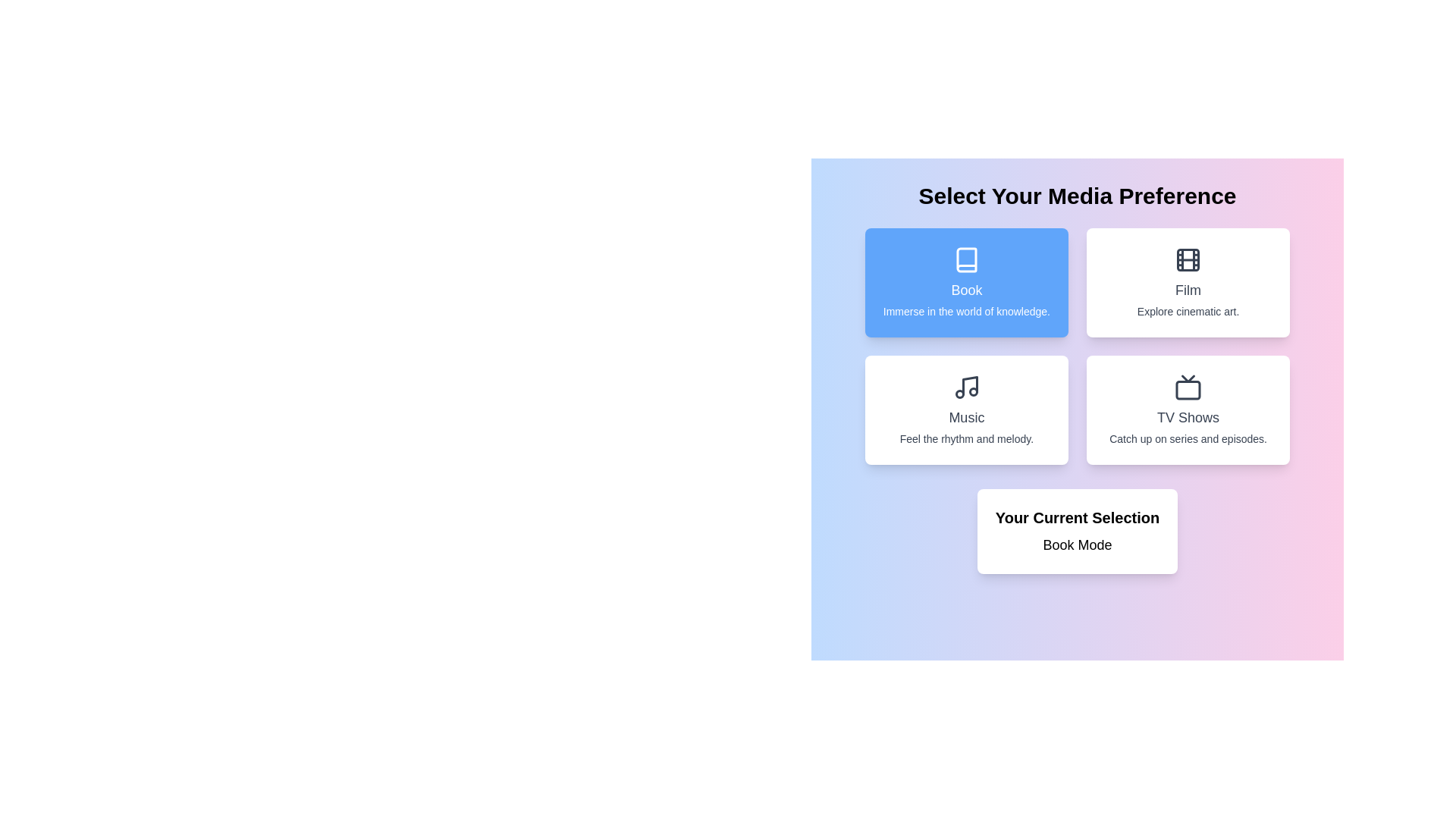 Image resolution: width=1456 pixels, height=819 pixels. Describe the element at coordinates (965, 311) in the screenshot. I see `the text 'Immerse in the world of knowledge.' for copying` at that location.